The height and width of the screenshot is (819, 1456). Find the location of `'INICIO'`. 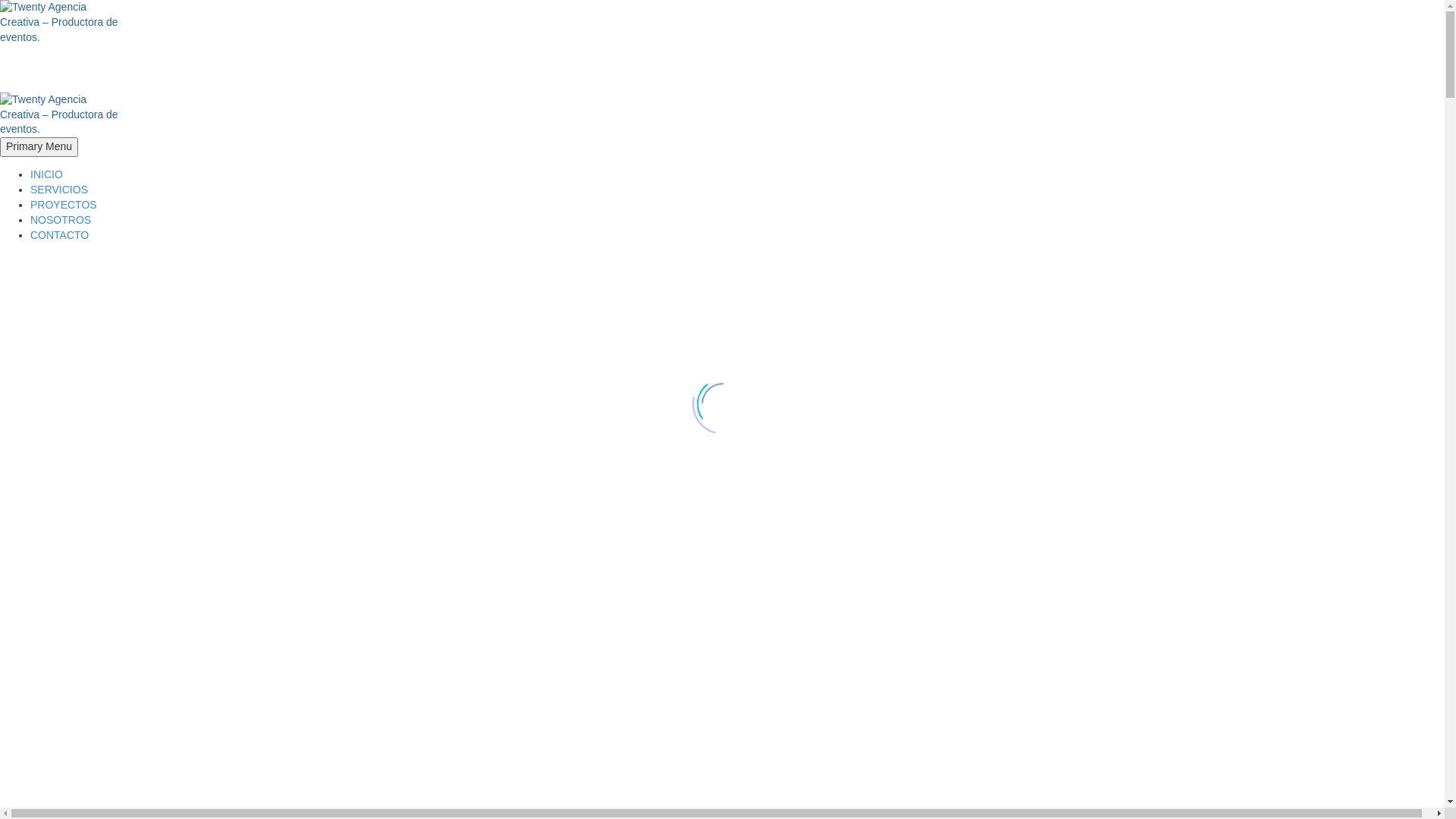

'INICIO' is located at coordinates (30, 174).